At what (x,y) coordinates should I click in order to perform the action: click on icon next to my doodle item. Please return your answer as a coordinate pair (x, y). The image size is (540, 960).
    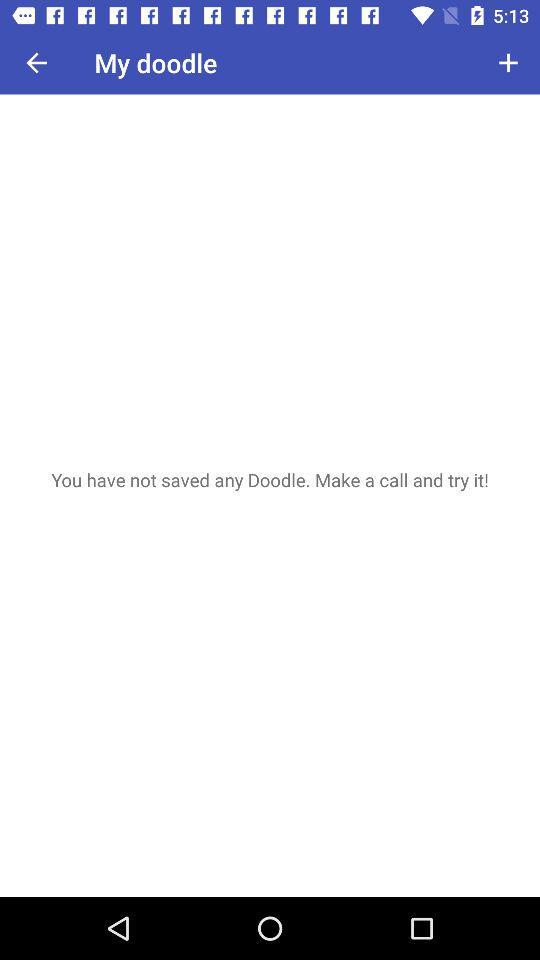
    Looking at the image, I should click on (508, 62).